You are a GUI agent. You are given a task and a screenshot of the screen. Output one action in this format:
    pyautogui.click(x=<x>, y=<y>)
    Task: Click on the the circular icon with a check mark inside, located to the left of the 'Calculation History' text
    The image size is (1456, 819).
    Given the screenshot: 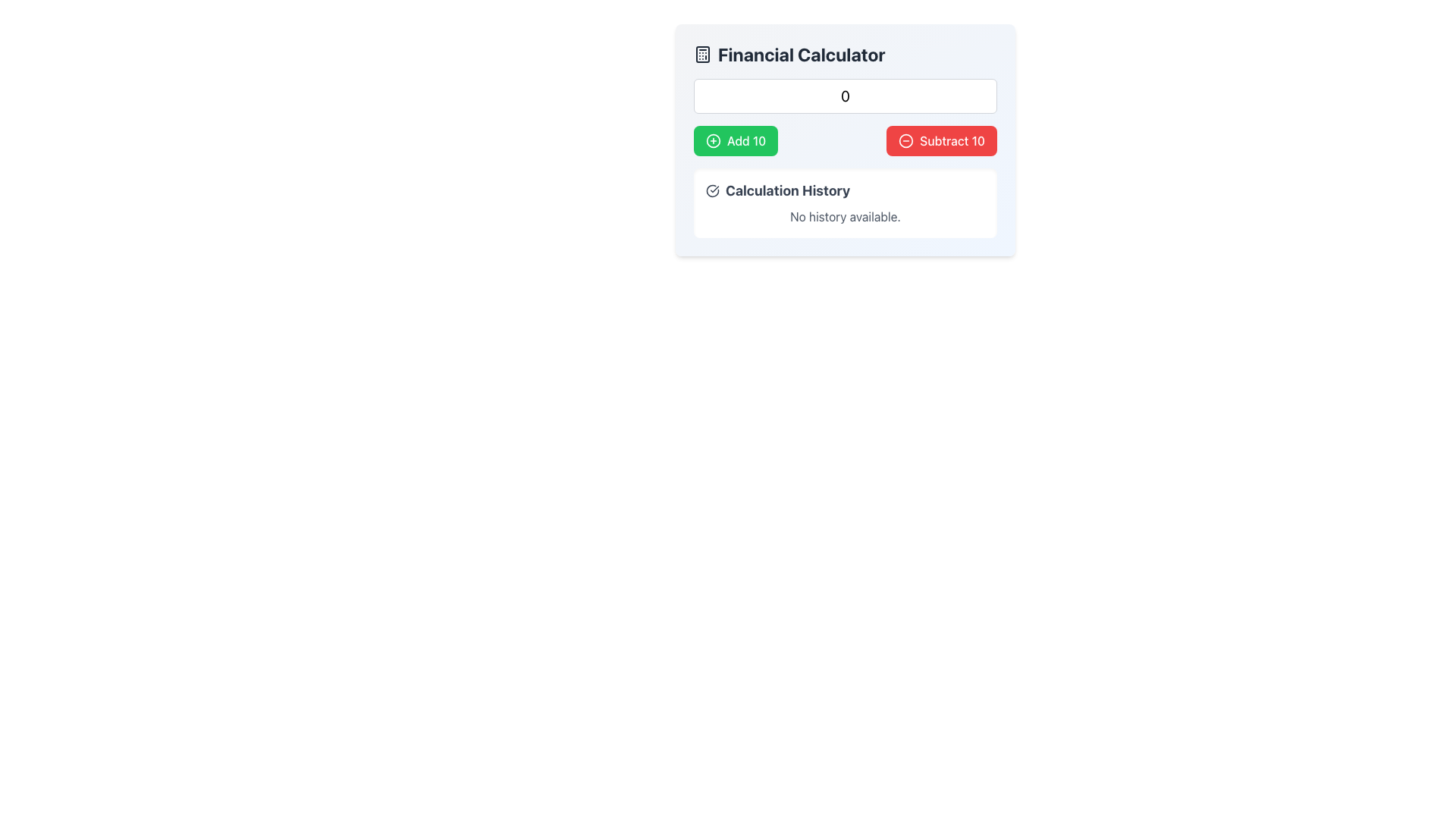 What is the action you would take?
    pyautogui.click(x=712, y=190)
    